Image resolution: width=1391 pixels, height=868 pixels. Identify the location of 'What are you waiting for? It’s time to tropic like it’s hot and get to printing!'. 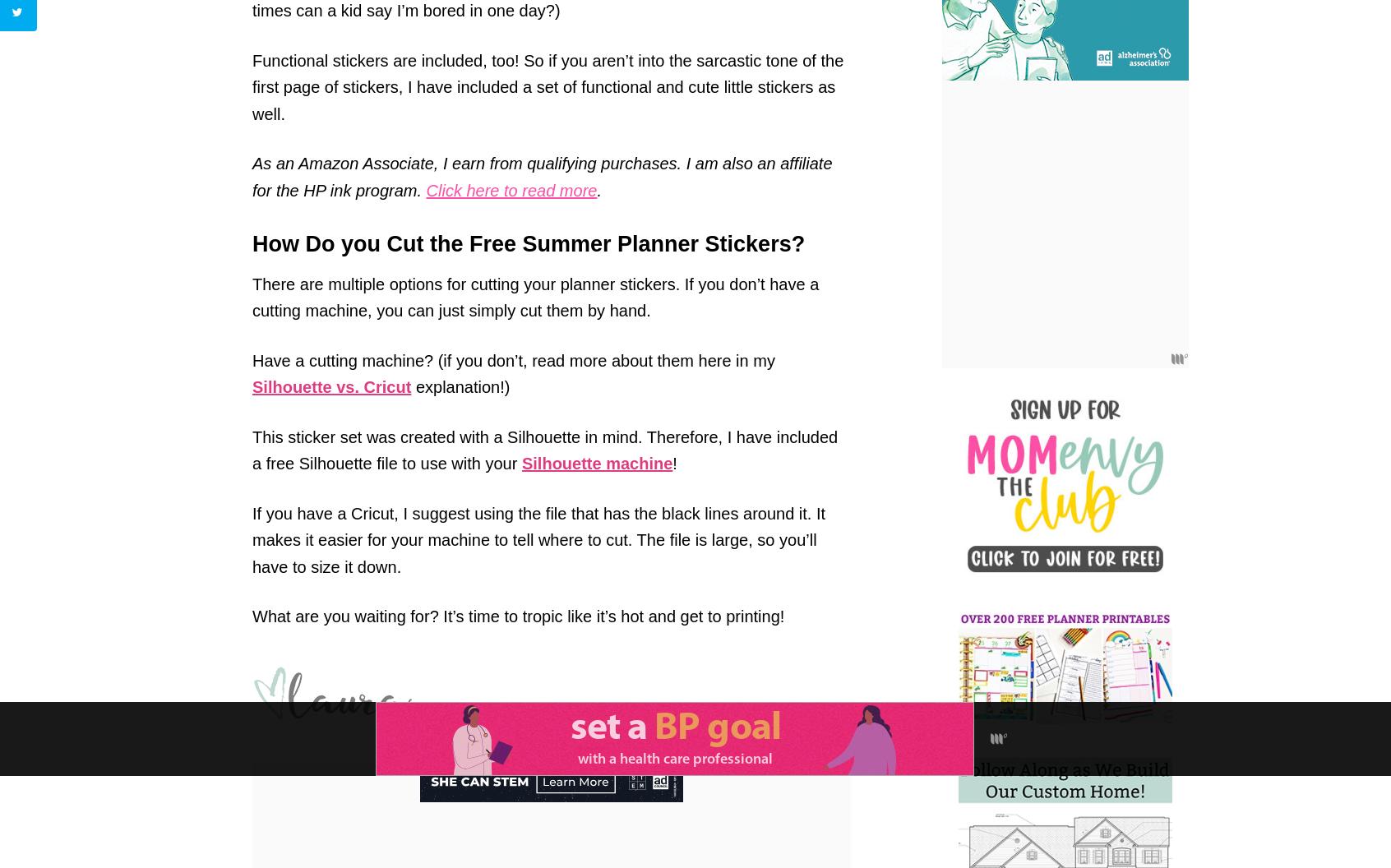
(517, 615).